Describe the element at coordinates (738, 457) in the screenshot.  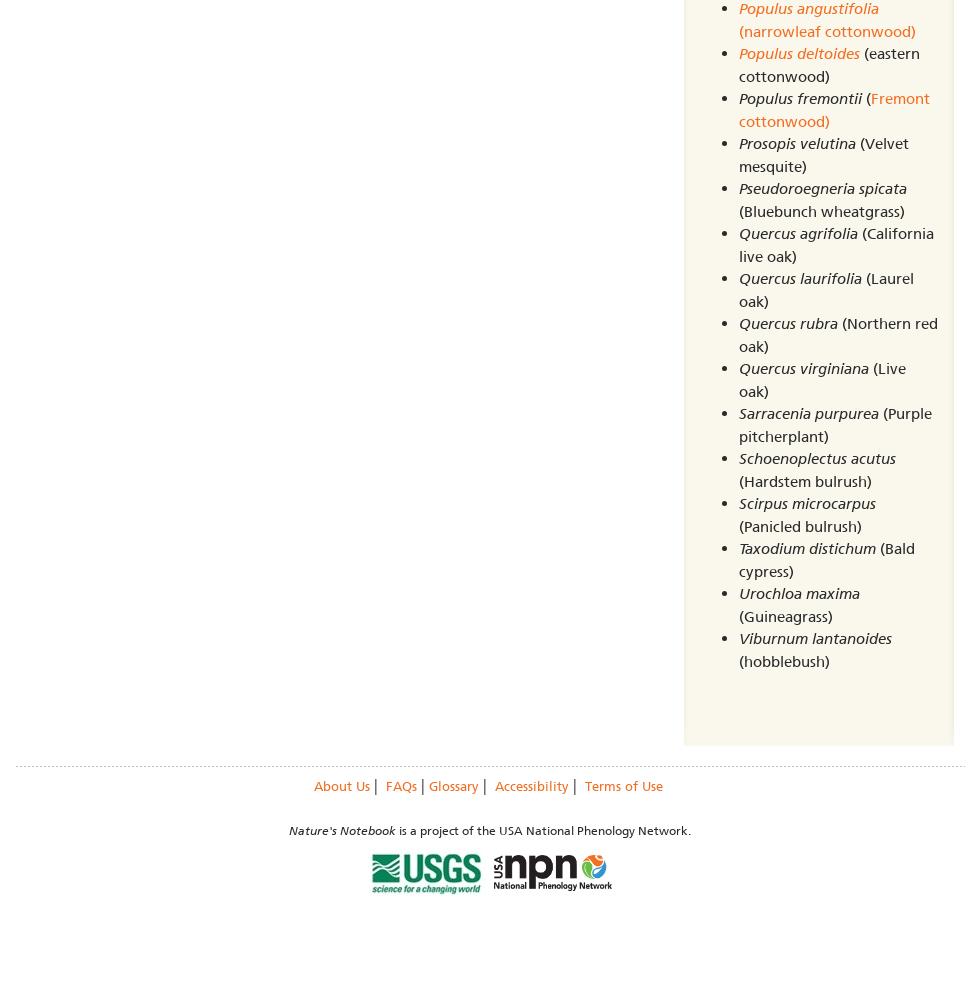
I see `'Schoenoplectus acutus'` at that location.